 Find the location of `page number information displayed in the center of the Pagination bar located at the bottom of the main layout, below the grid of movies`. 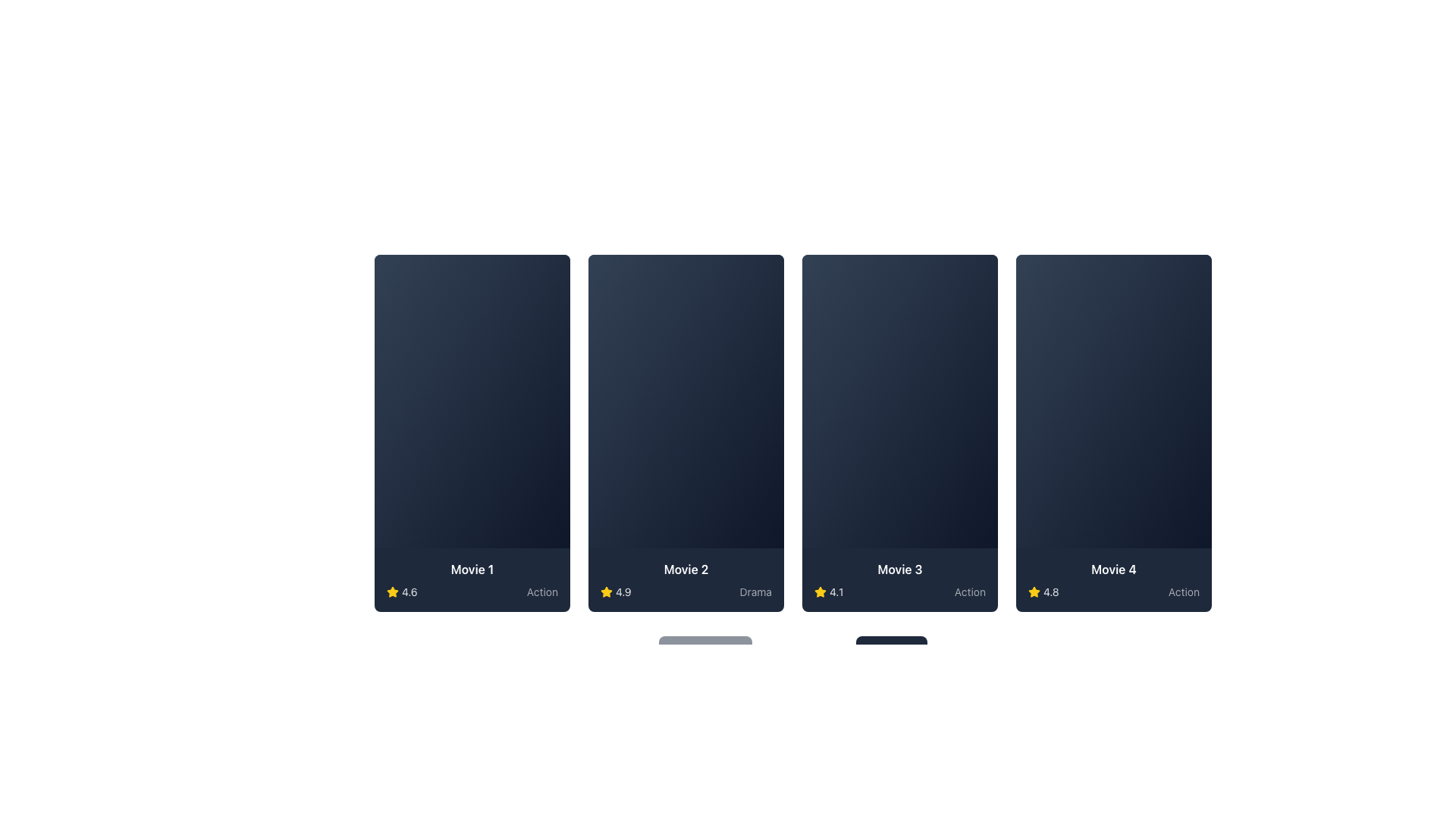

page number information displayed in the center of the Pagination bar located at the bottom of the main layout, below the grid of movies is located at coordinates (792, 651).